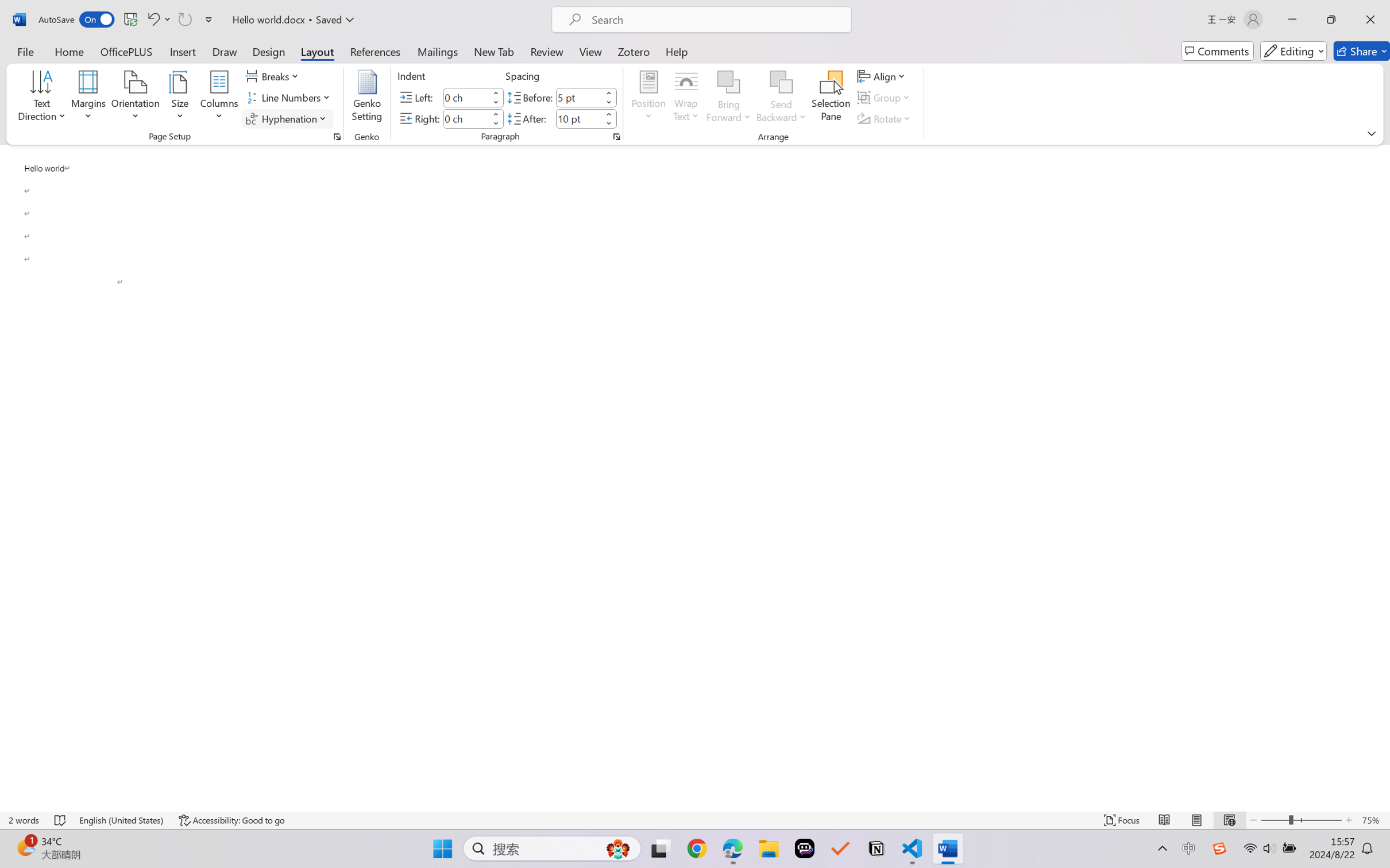 The image size is (1390, 868). Describe the element at coordinates (69, 51) in the screenshot. I see `'Home'` at that location.